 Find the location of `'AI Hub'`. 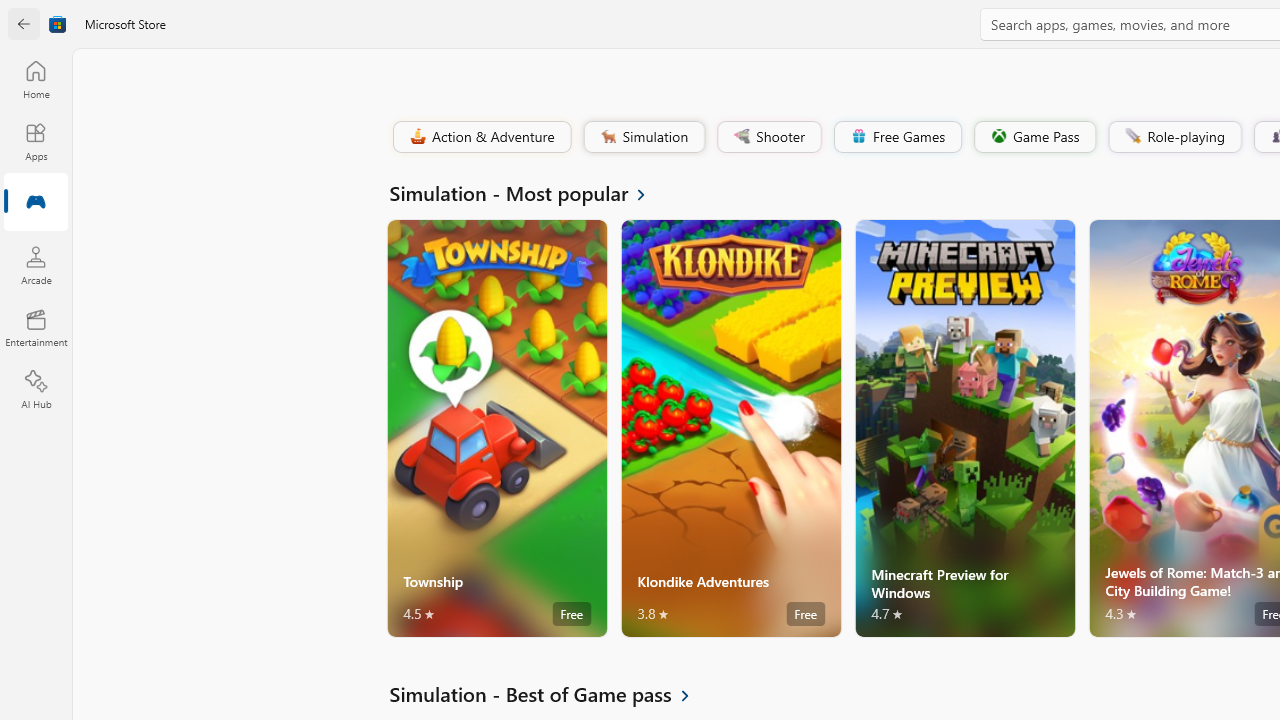

'AI Hub' is located at coordinates (35, 390).